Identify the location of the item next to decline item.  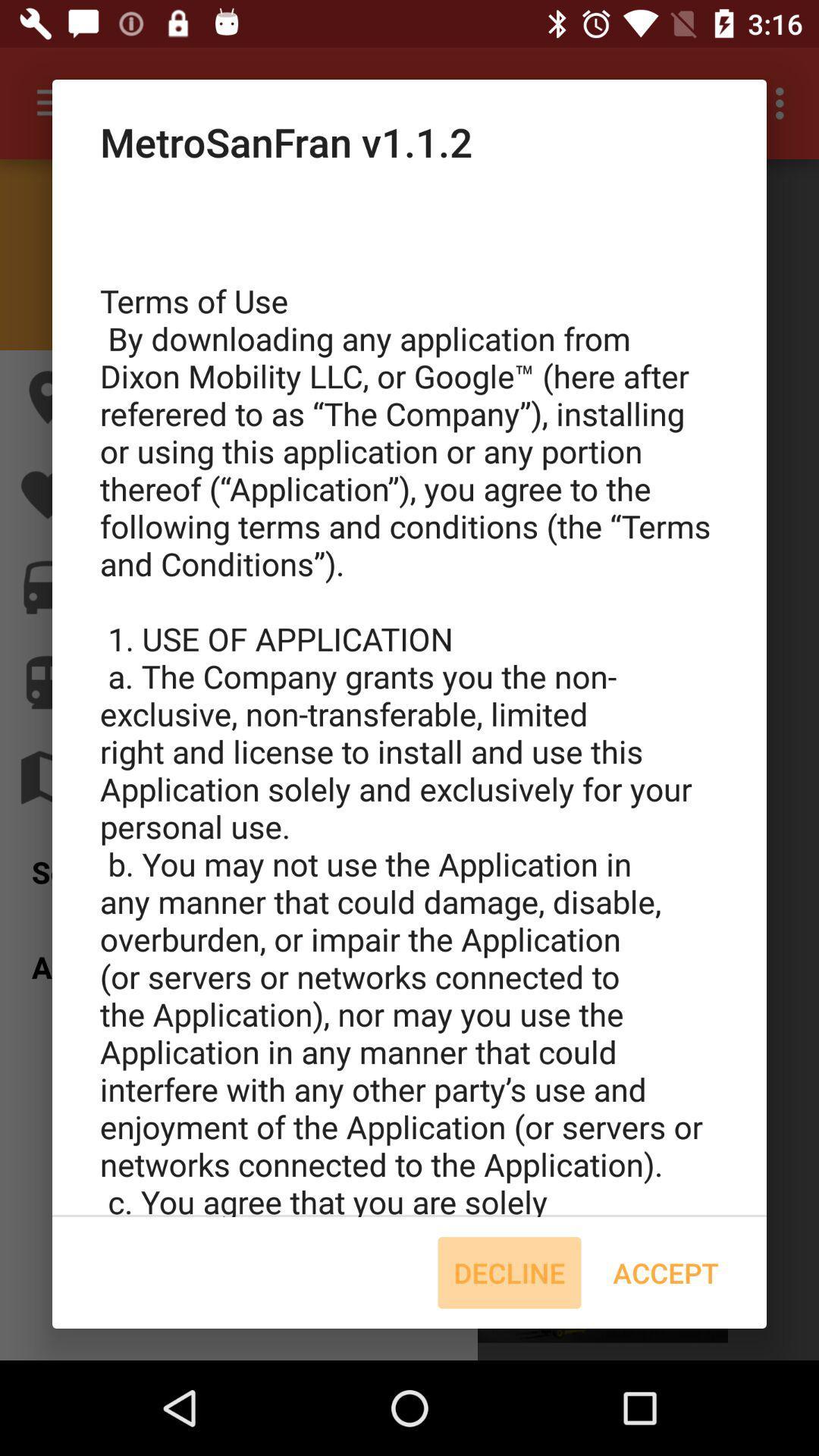
(665, 1272).